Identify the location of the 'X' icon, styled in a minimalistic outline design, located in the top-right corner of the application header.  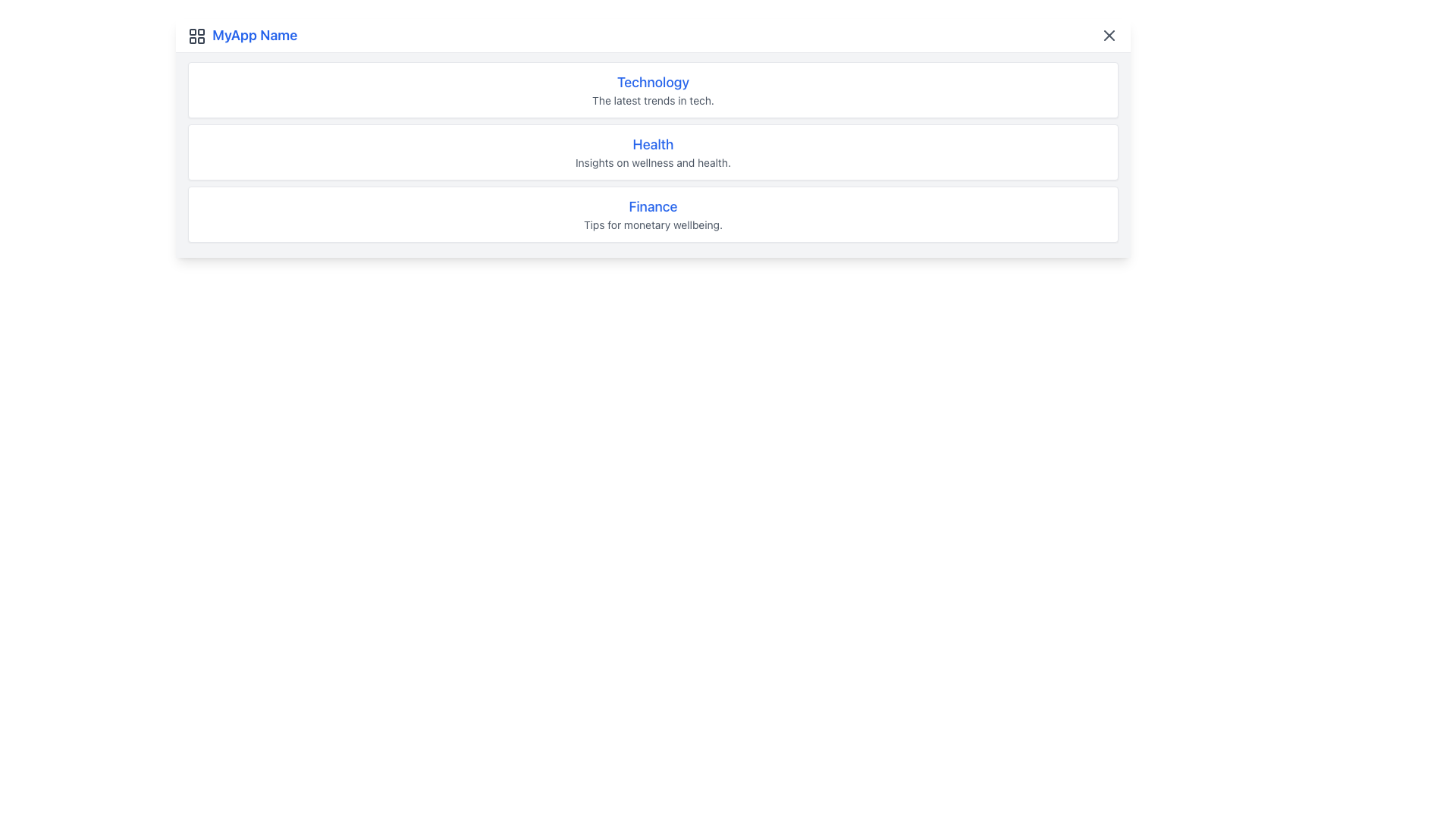
(1109, 34).